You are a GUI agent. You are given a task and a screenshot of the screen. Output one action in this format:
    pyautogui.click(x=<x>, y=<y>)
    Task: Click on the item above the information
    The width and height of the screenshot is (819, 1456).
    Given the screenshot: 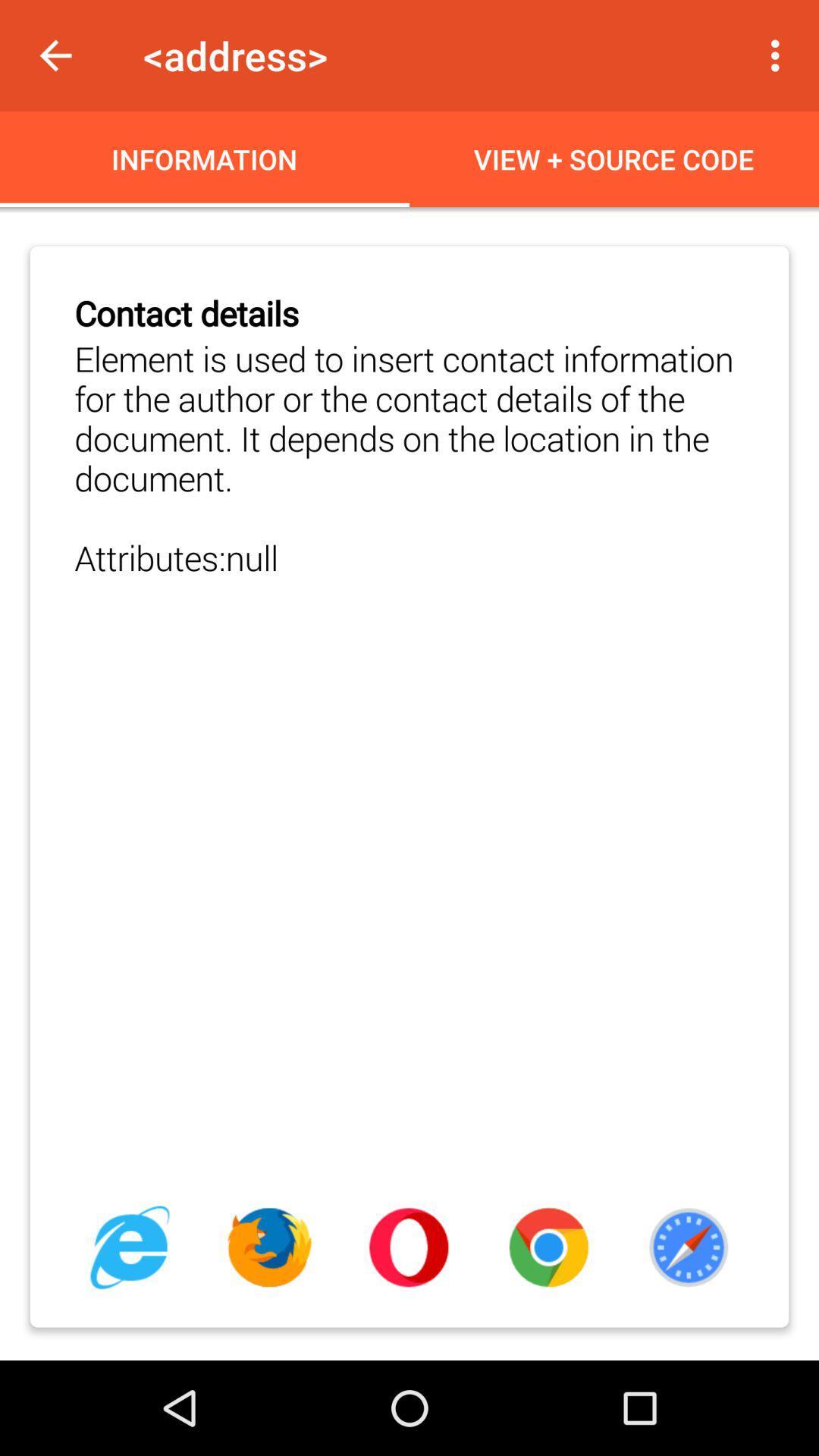 What is the action you would take?
    pyautogui.click(x=55, y=55)
    